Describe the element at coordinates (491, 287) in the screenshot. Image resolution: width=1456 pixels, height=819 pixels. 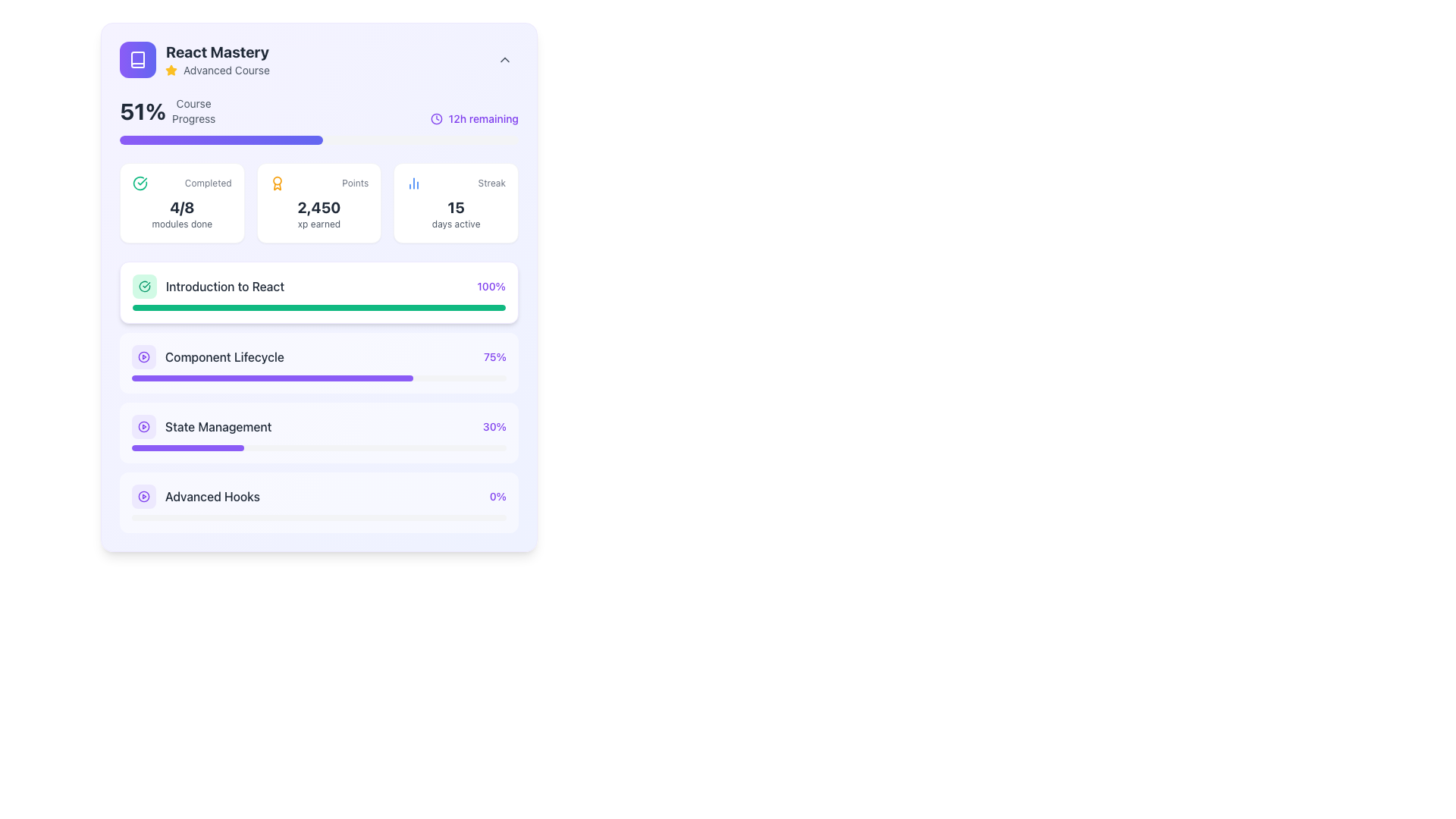
I see `the text label displaying '100%' in violet color, located at the top-right corner of the 'Introduction to React' section` at that location.